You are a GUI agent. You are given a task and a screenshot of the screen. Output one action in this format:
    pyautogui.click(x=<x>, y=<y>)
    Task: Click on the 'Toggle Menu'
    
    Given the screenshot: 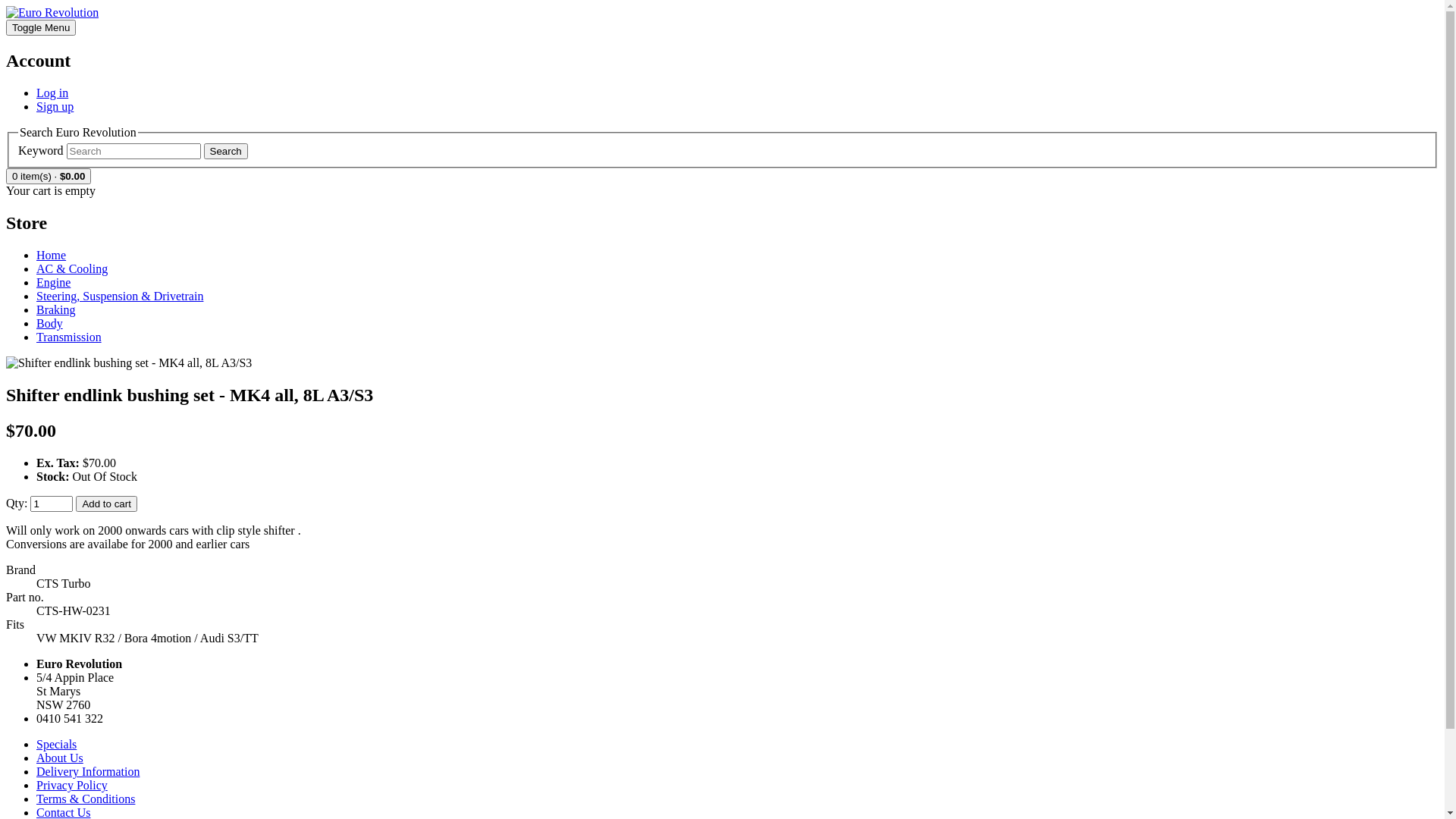 What is the action you would take?
    pyautogui.click(x=40, y=27)
    